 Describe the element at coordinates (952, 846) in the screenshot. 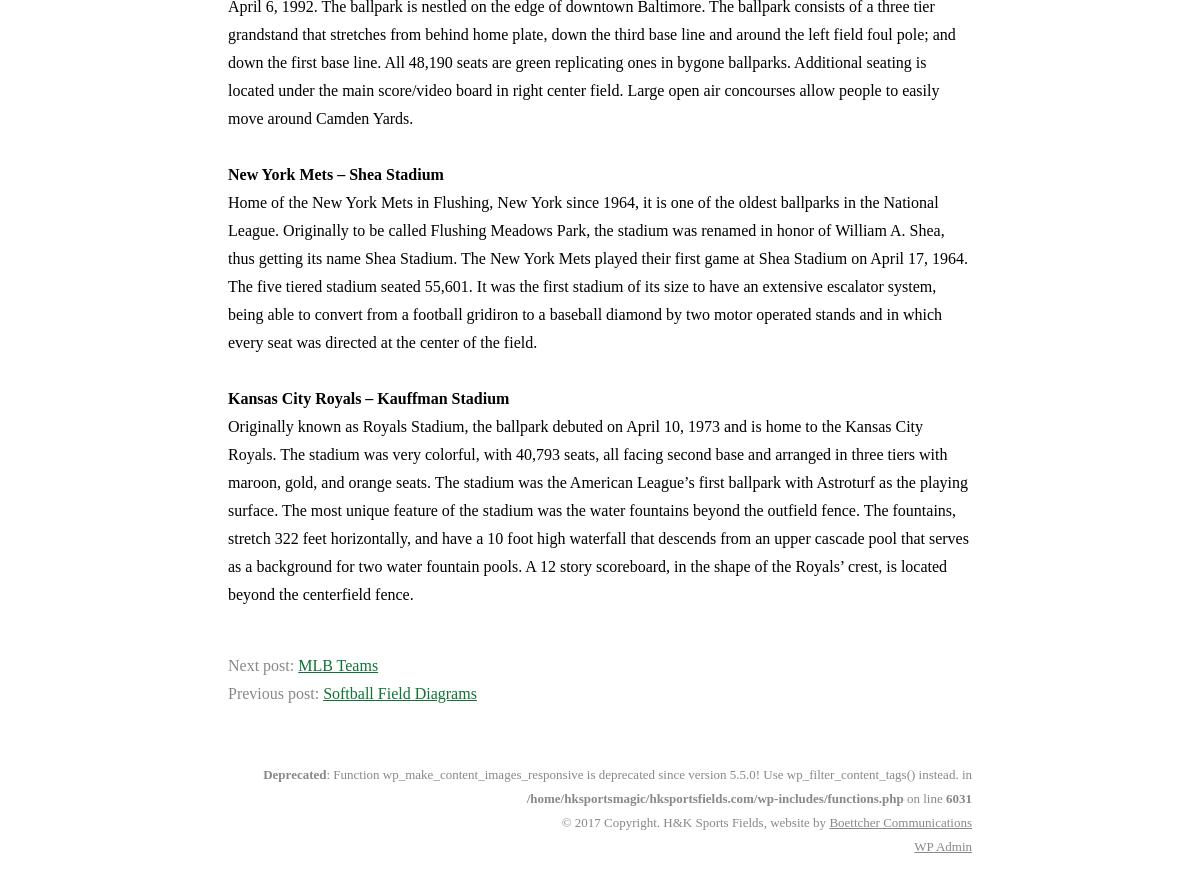

I see `'Admin'` at that location.